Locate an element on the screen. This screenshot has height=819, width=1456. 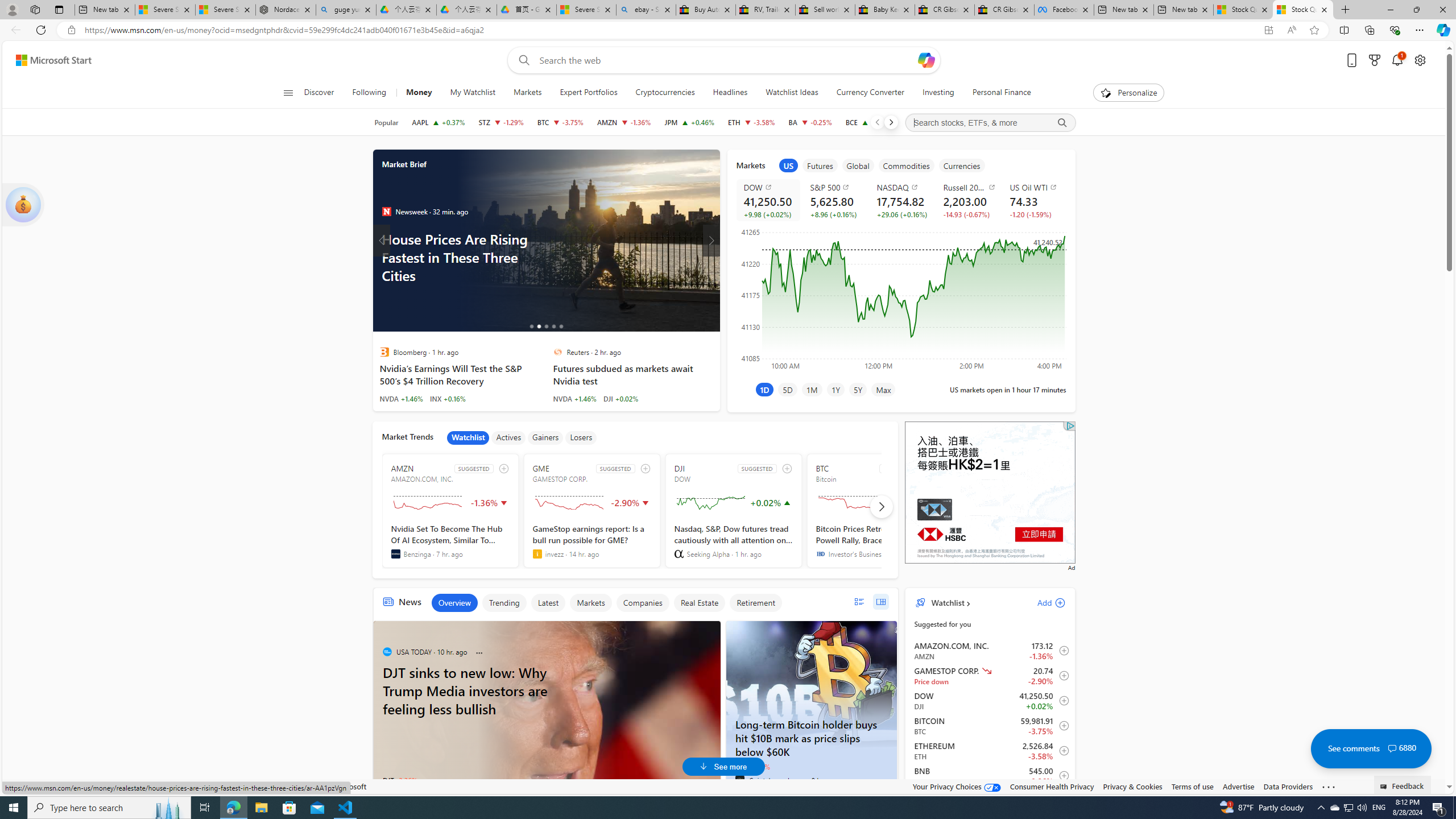
'US Oil WTI' is located at coordinates (1036, 187).